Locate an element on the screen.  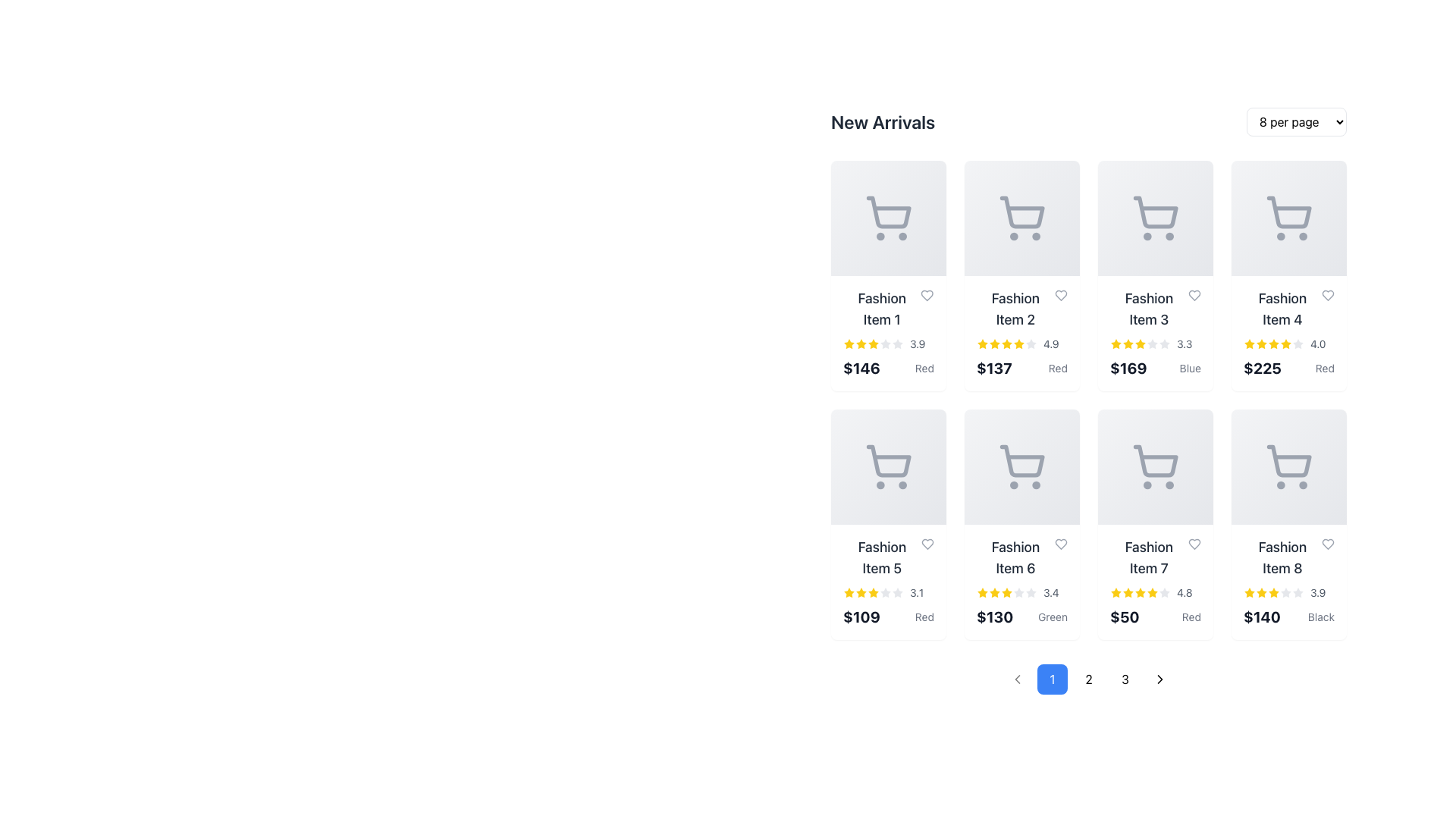
the yellow star icon that represents a filled star, located beneath 'Fashion Item 4' as the fifth star in the second row of the product grid is located at coordinates (1285, 344).